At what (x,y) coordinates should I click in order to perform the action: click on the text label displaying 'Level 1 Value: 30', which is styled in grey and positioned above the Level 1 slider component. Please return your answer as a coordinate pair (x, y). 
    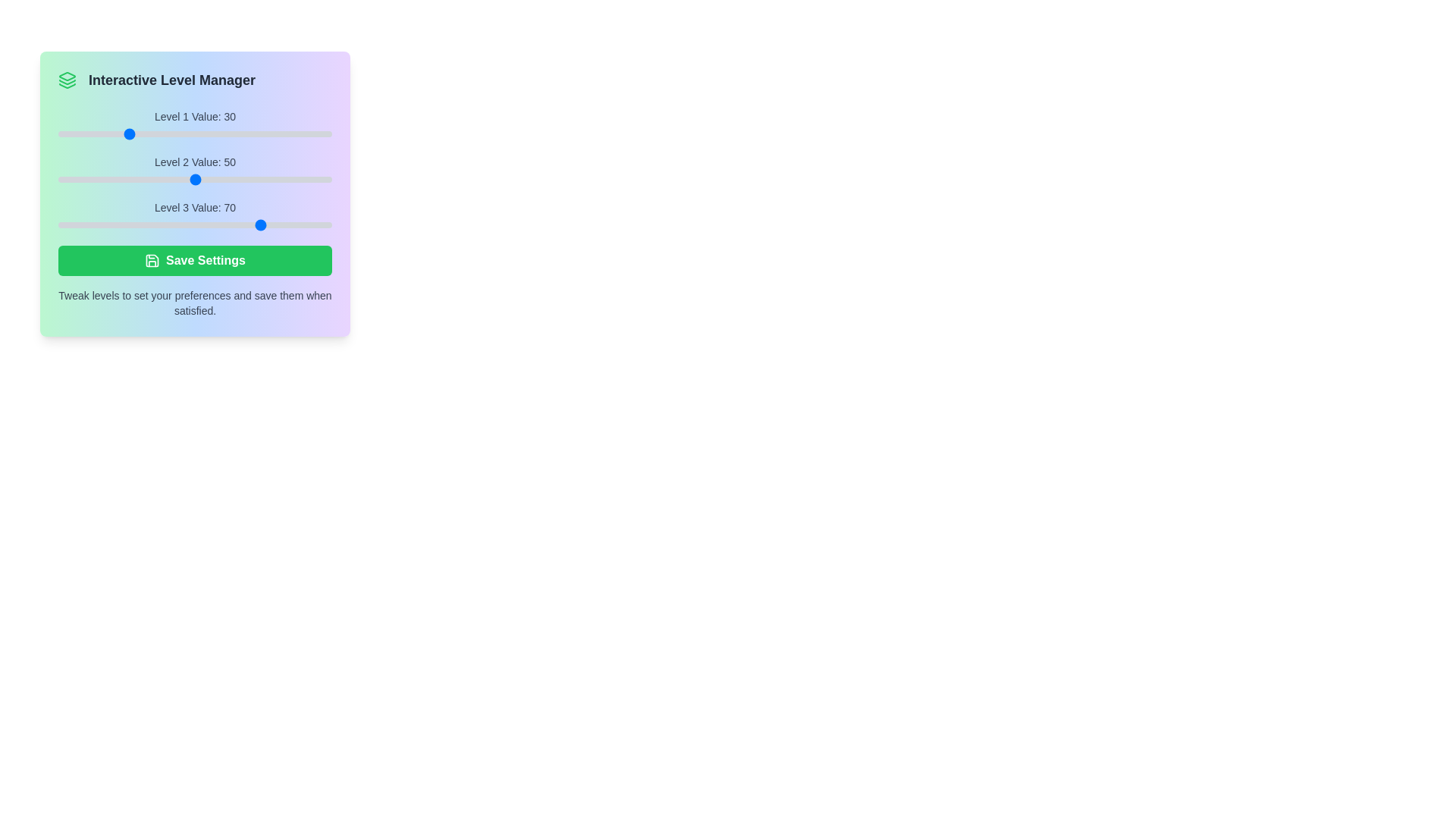
    Looking at the image, I should click on (194, 116).